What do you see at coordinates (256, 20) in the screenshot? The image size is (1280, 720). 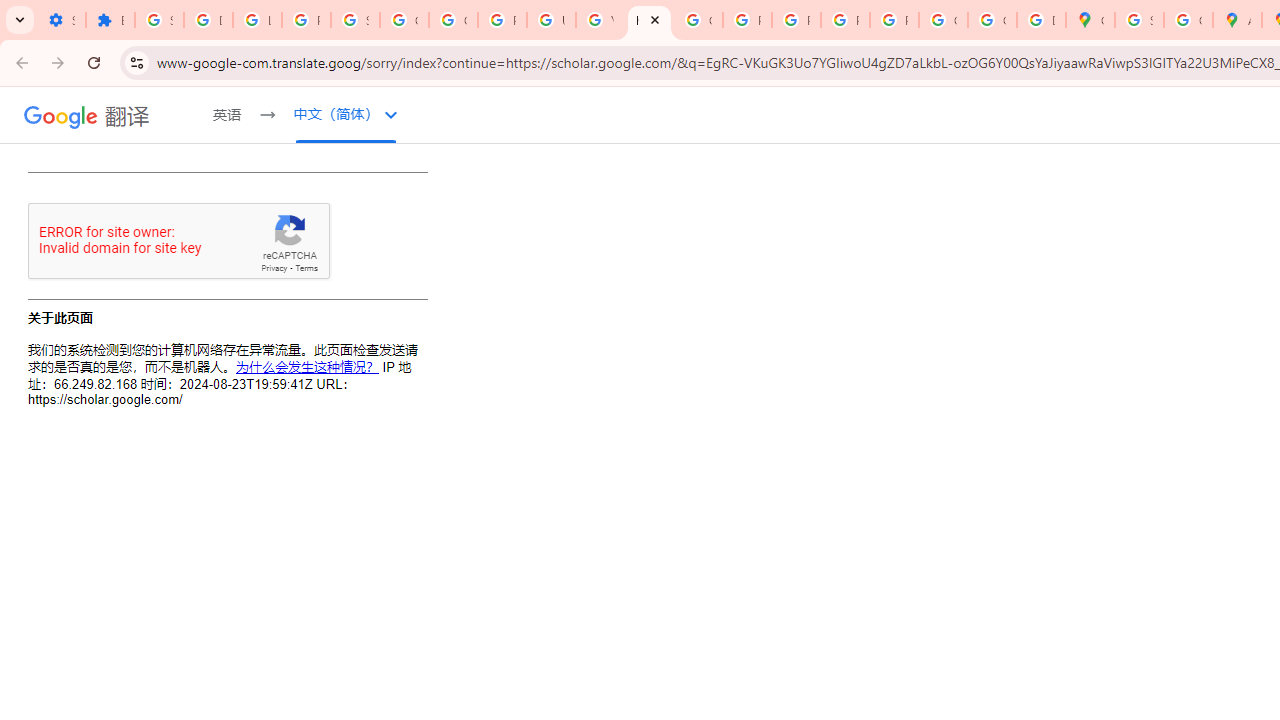 I see `'Learn how to find your photos - Google Photos Help'` at bounding box center [256, 20].